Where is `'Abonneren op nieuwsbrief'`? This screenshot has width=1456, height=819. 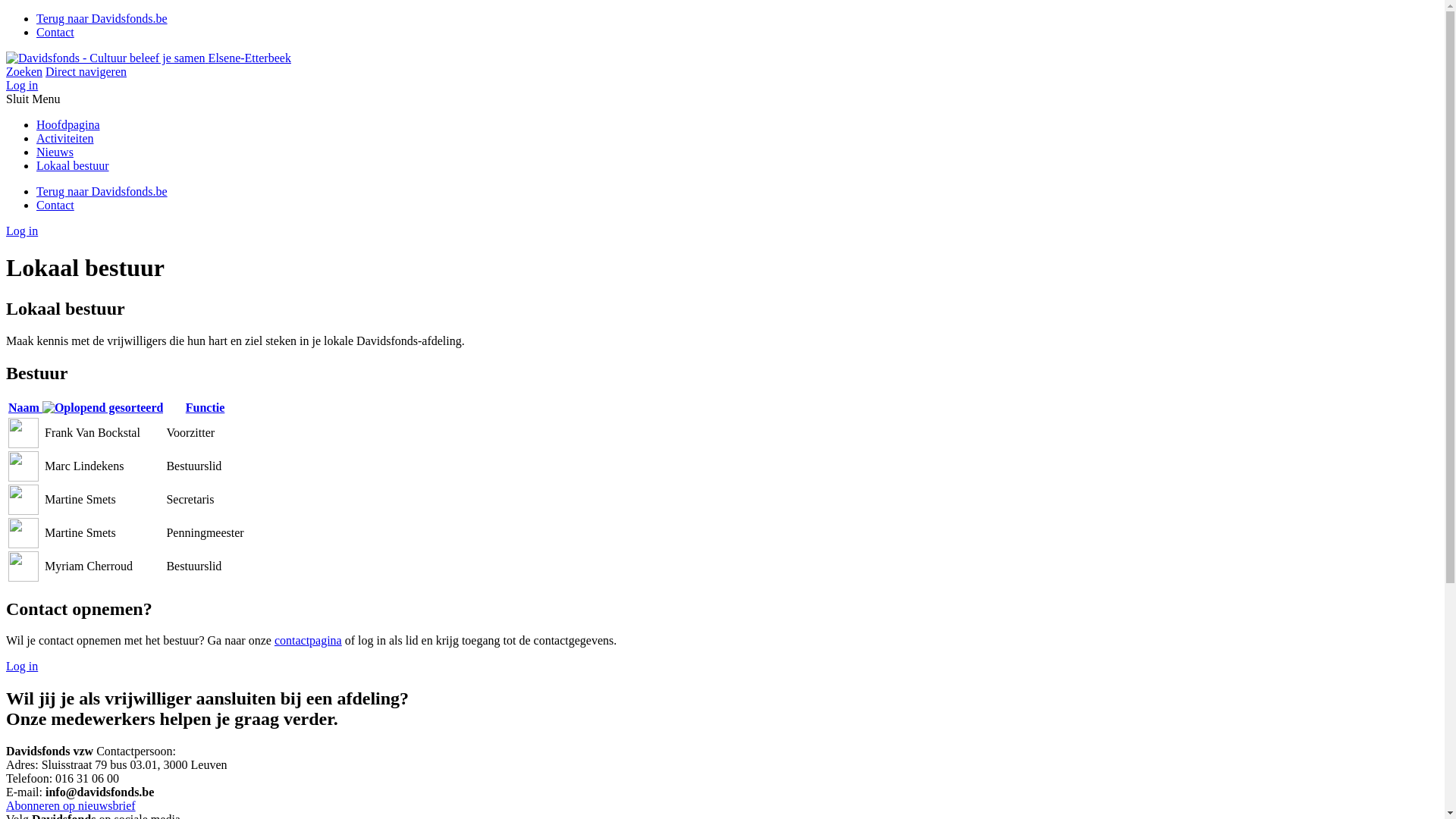
'Abonneren op nieuwsbrief' is located at coordinates (70, 805).